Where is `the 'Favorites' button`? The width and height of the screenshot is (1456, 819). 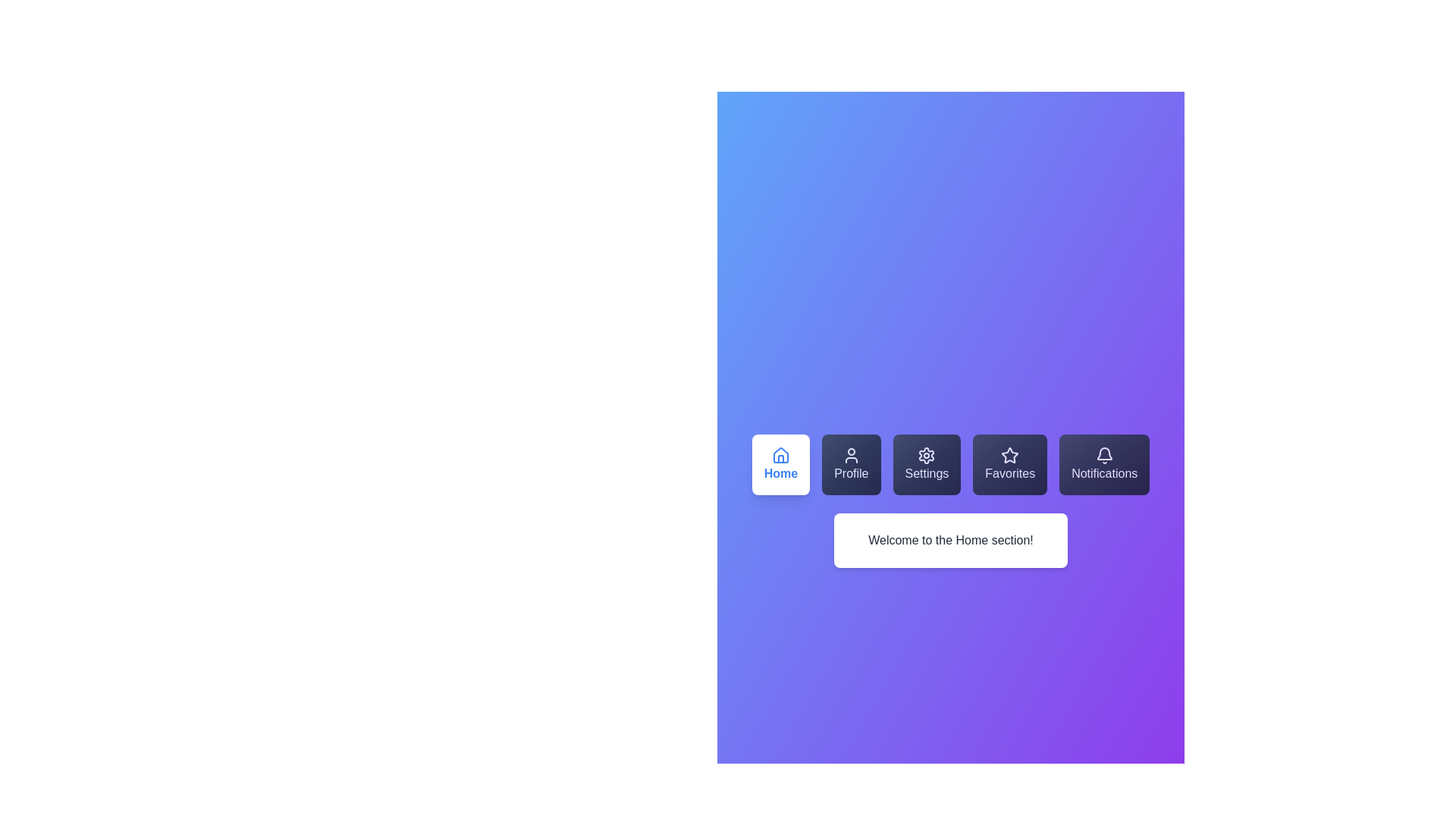 the 'Favorites' button is located at coordinates (1010, 464).